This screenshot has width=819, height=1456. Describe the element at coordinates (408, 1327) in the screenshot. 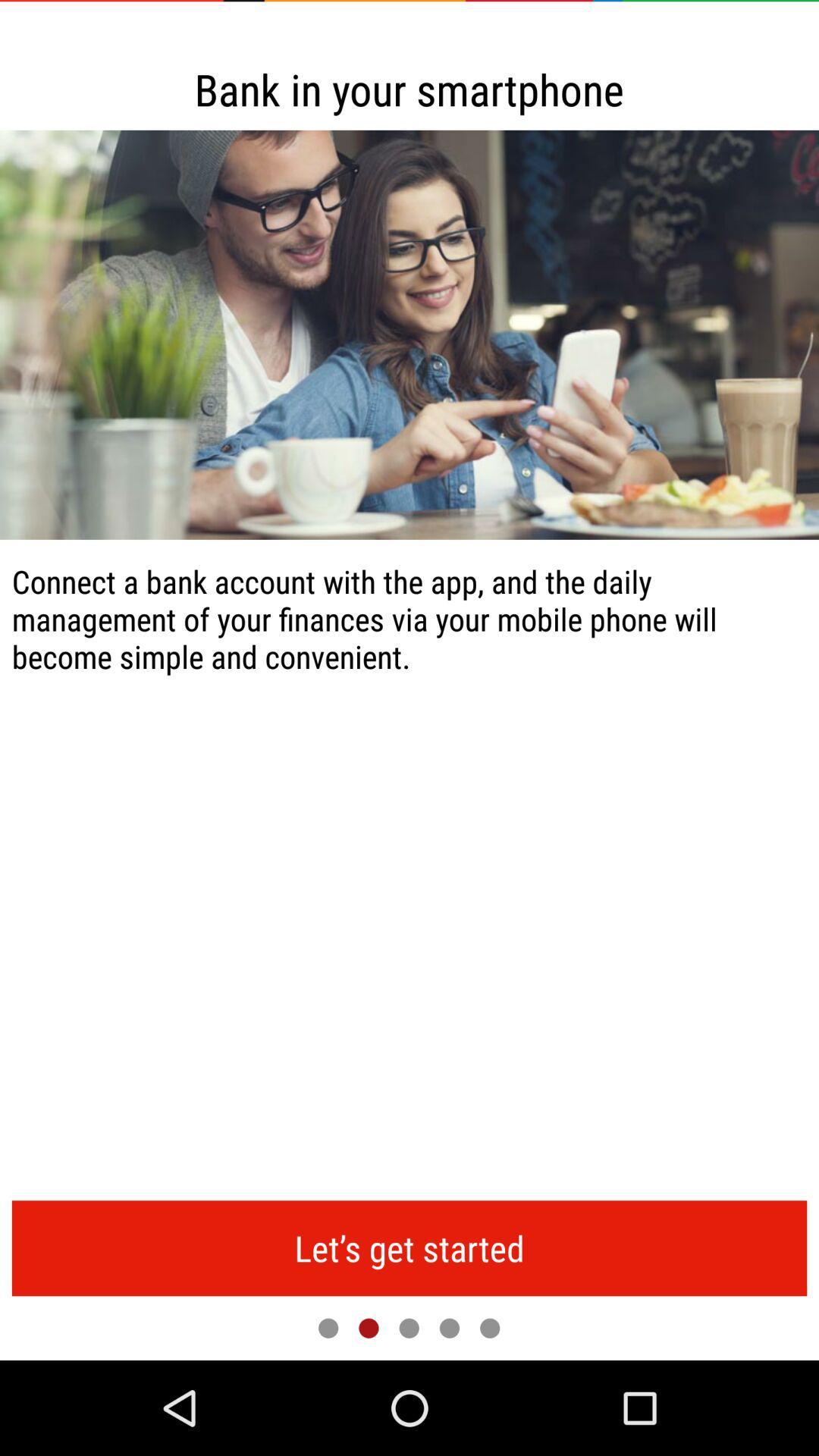

I see `switch page` at that location.